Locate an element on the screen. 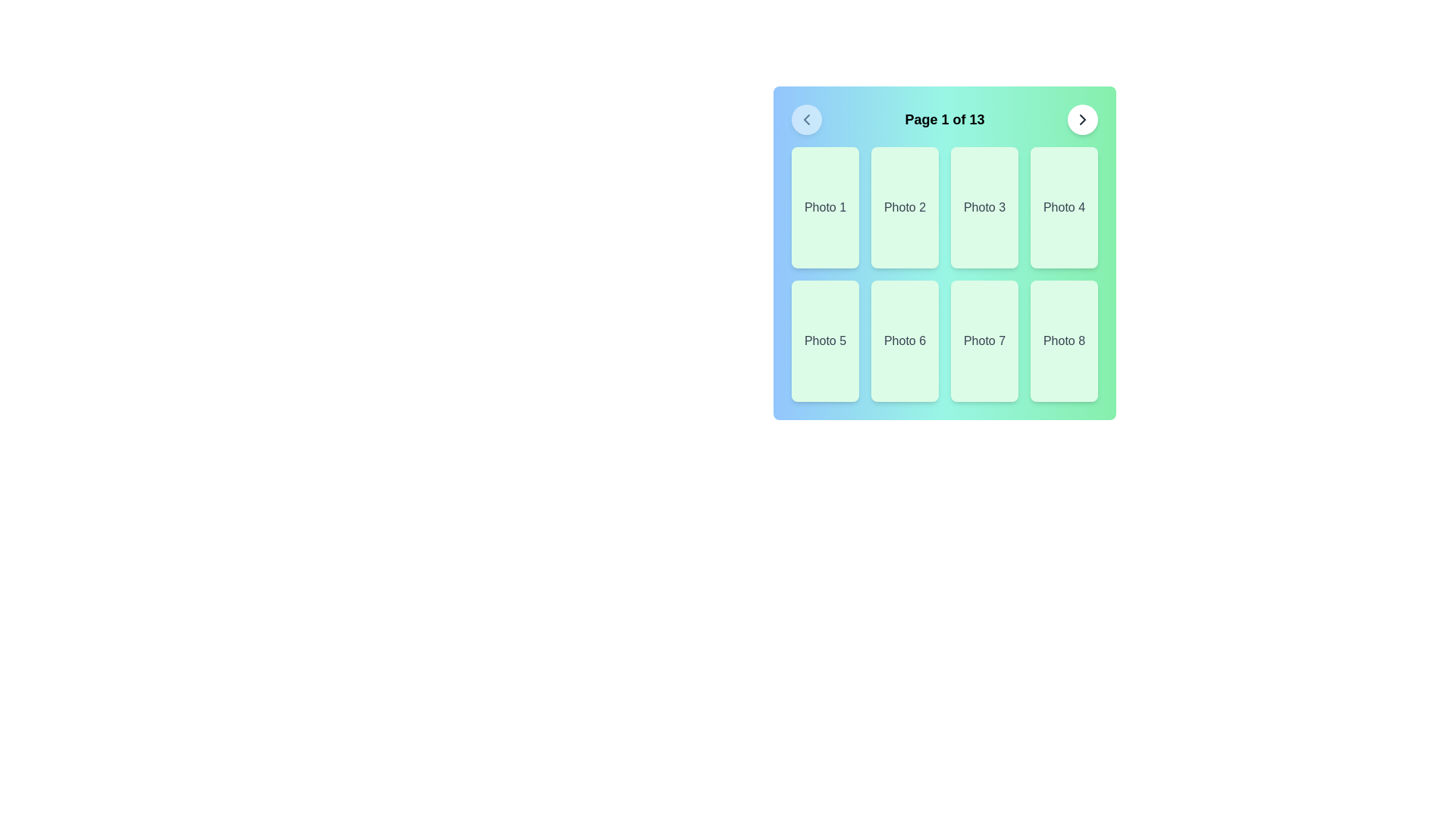 The height and width of the screenshot is (819, 1456). the leftward-pointing chevron SVG icon within the circular button located at the top-left corner of the card grid layout is located at coordinates (806, 119).